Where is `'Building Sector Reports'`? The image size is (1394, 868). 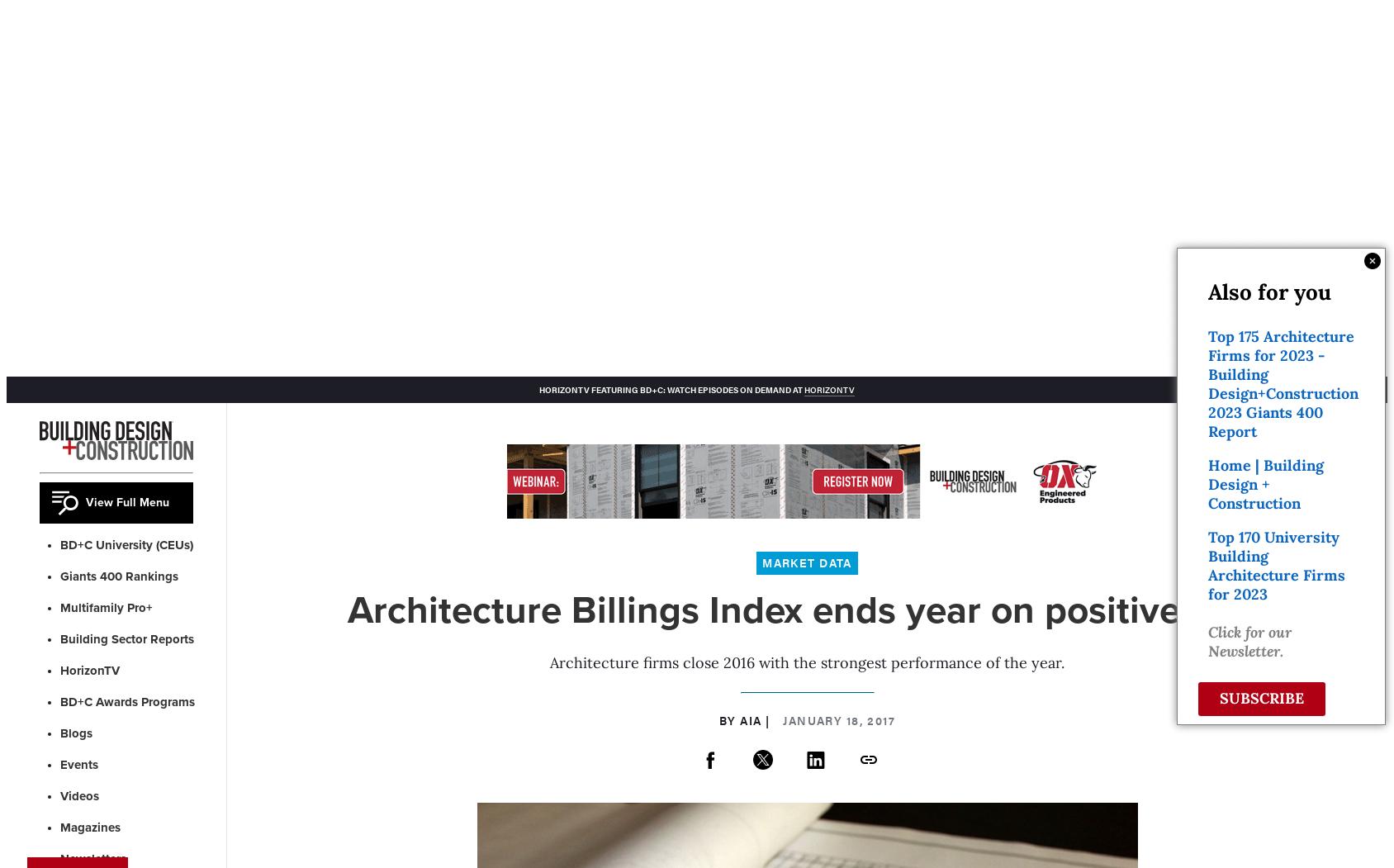
'Building Sector Reports' is located at coordinates (126, 638).